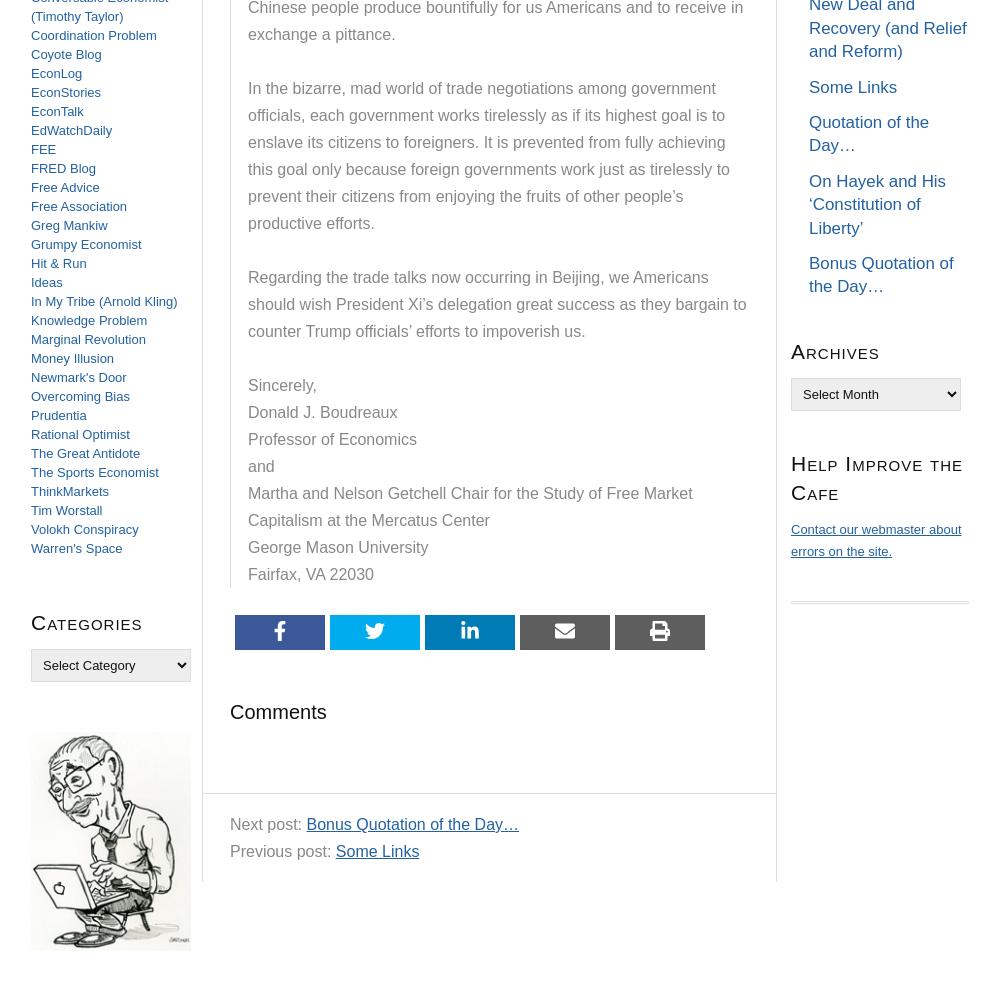 Image resolution: width=1000 pixels, height=992 pixels. Describe the element at coordinates (84, 452) in the screenshot. I see `'The Great Antidote'` at that location.